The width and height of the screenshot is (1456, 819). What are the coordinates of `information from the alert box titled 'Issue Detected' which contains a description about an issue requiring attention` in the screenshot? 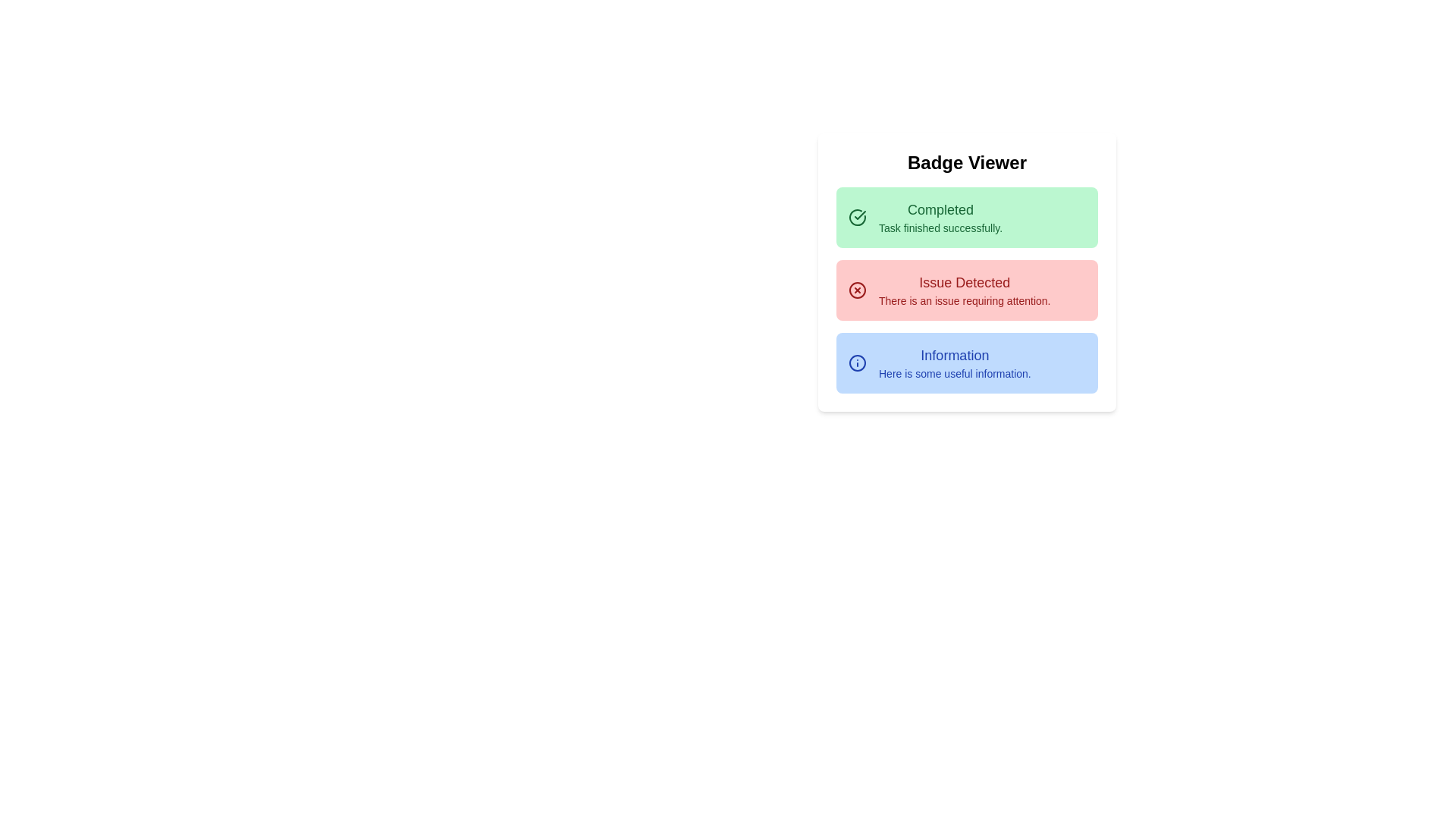 It's located at (966, 290).